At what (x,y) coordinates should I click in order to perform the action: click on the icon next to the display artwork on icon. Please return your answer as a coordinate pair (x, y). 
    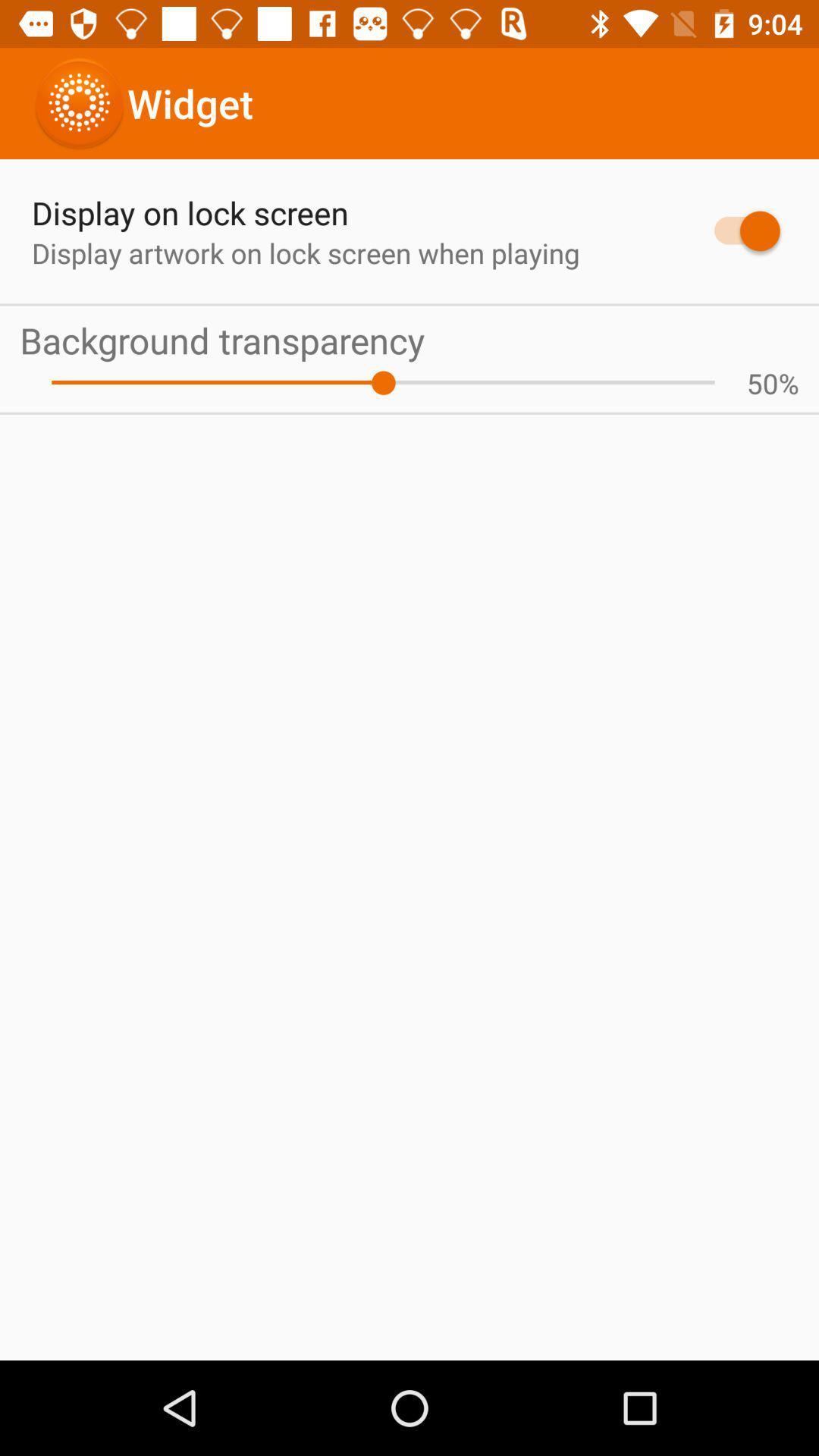
    Looking at the image, I should click on (739, 230).